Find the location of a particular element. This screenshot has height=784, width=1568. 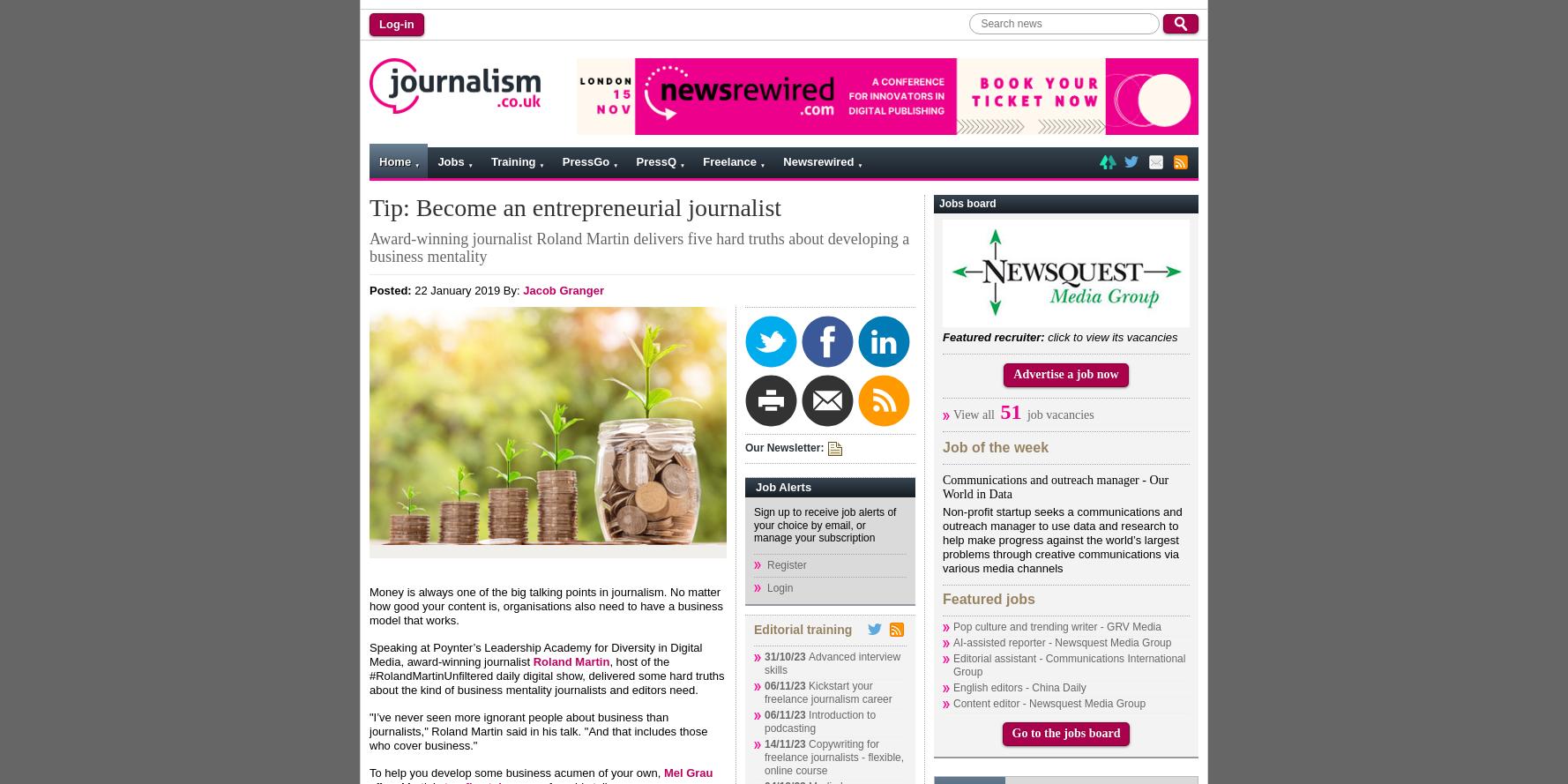

'Award-winning journalist Roland Martin delivers five hard truths about developing a business mentality' is located at coordinates (638, 247).